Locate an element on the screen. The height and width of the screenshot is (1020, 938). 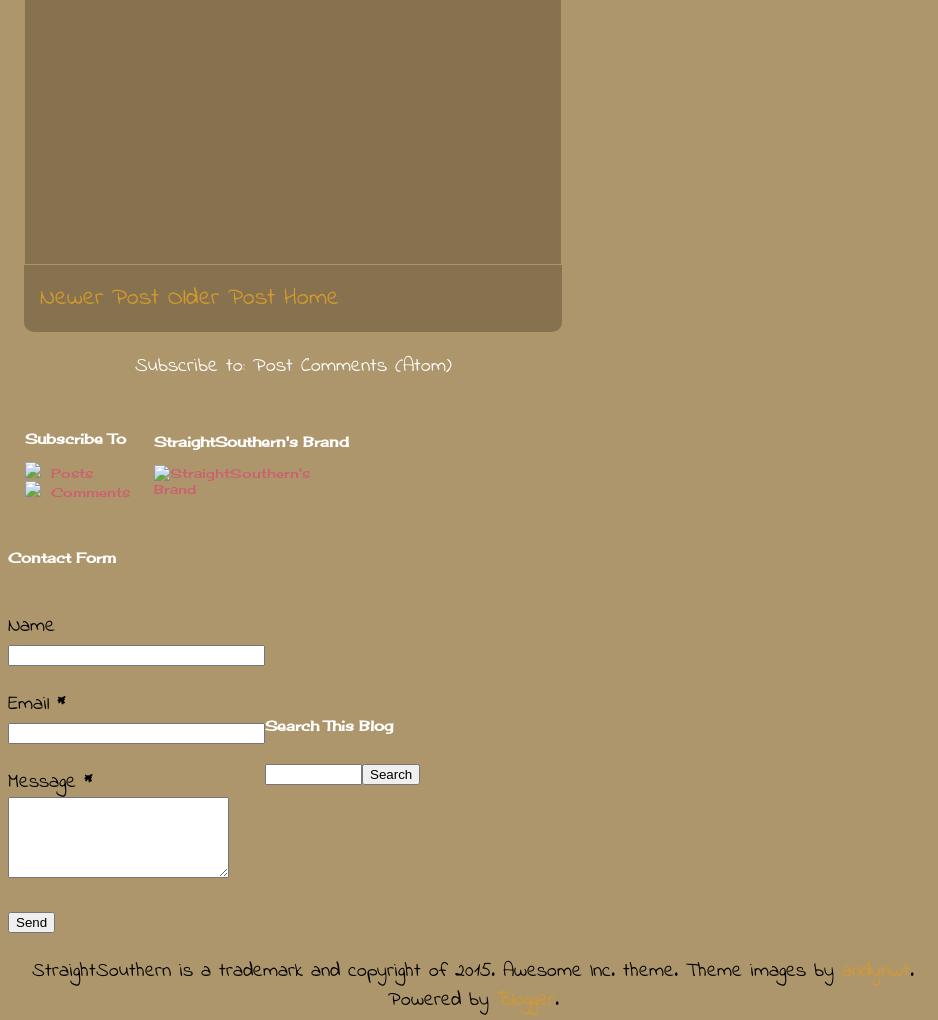
'Post Comments (Atom)' is located at coordinates (351, 364).